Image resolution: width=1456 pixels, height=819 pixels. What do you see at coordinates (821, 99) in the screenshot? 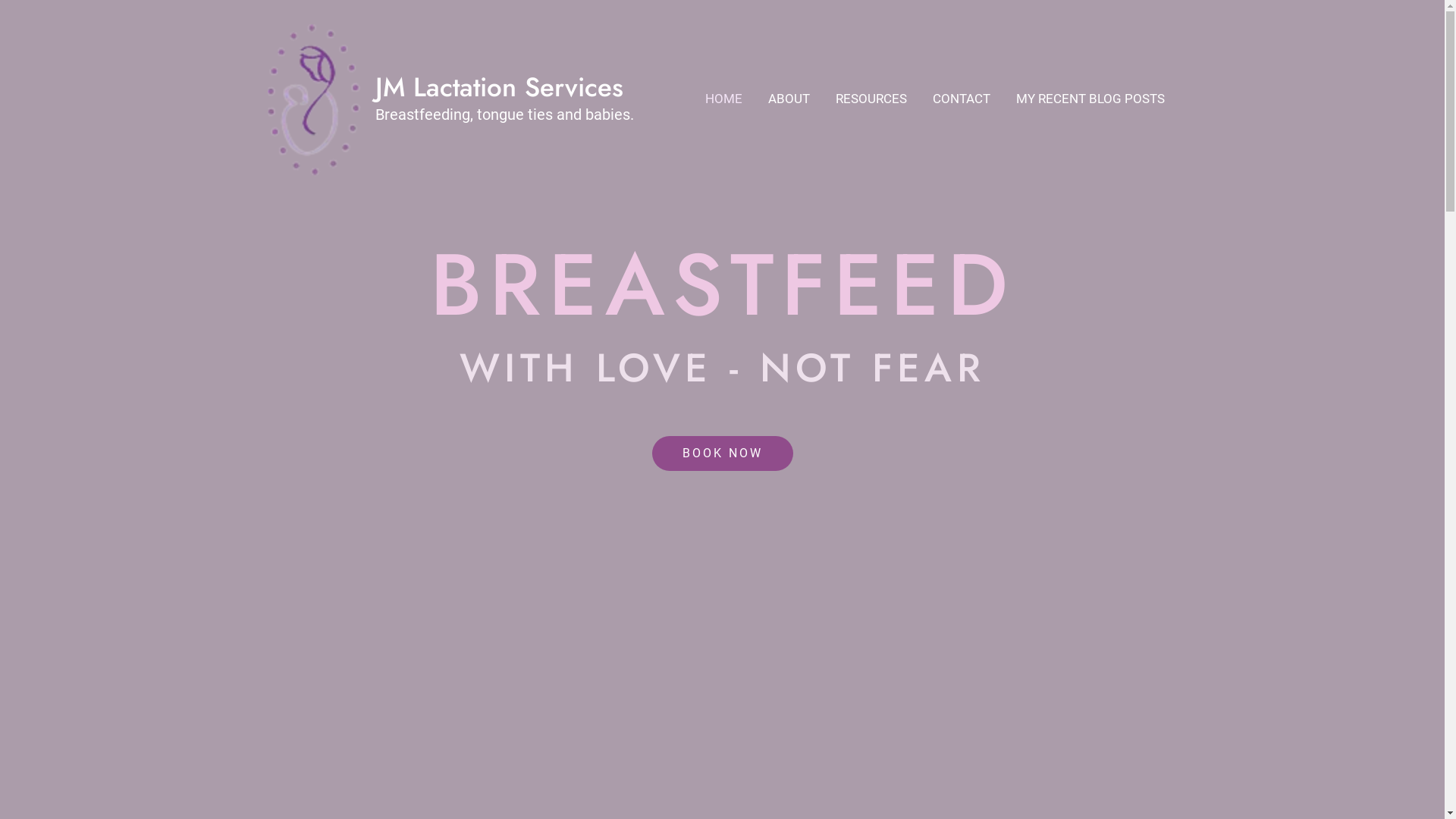
I see `'RESOURCES'` at bounding box center [821, 99].